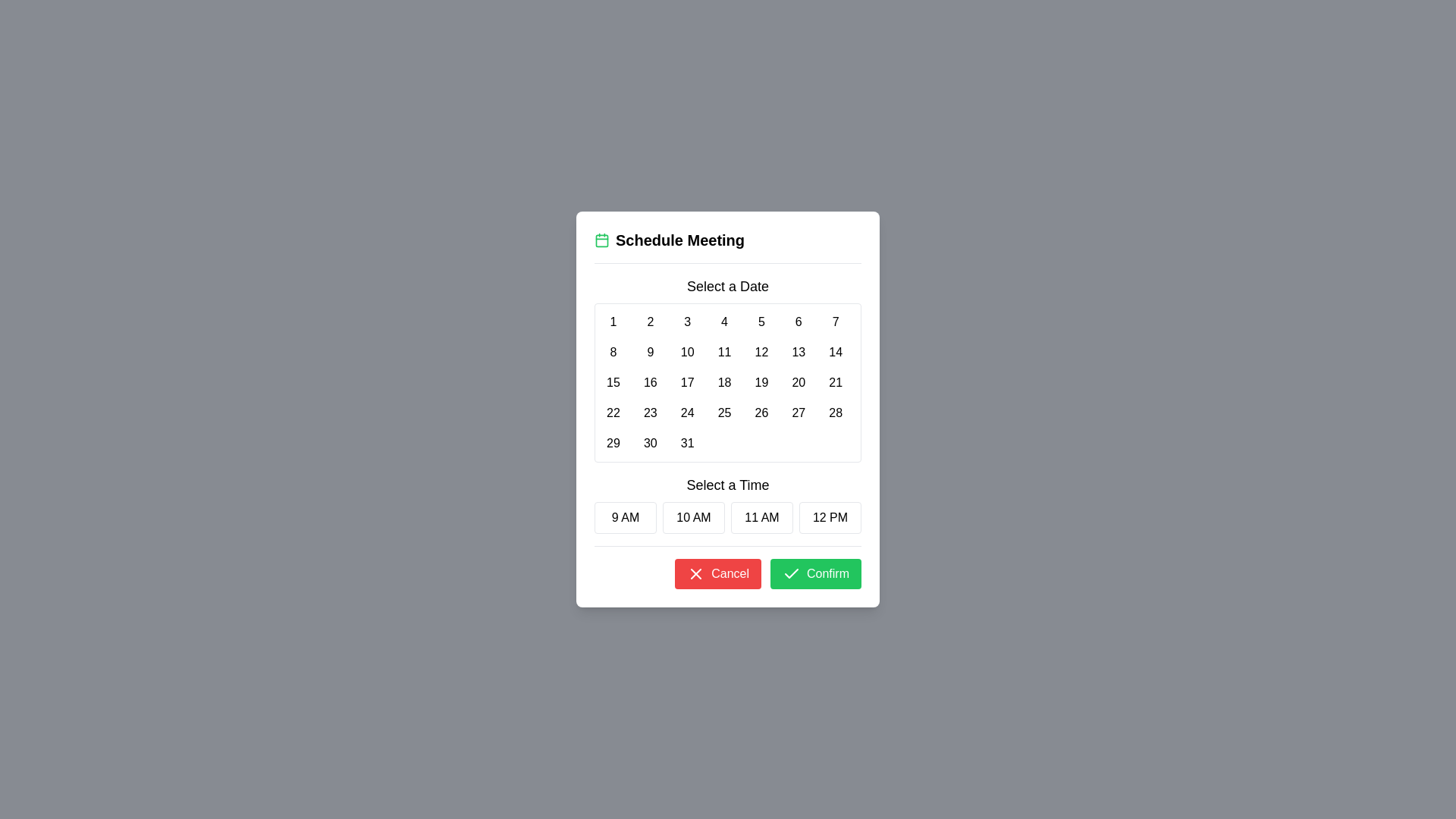 This screenshot has width=1456, height=819. What do you see at coordinates (686, 413) in the screenshot?
I see `the square-shaped button displaying the number '24' in the calendar interface` at bounding box center [686, 413].